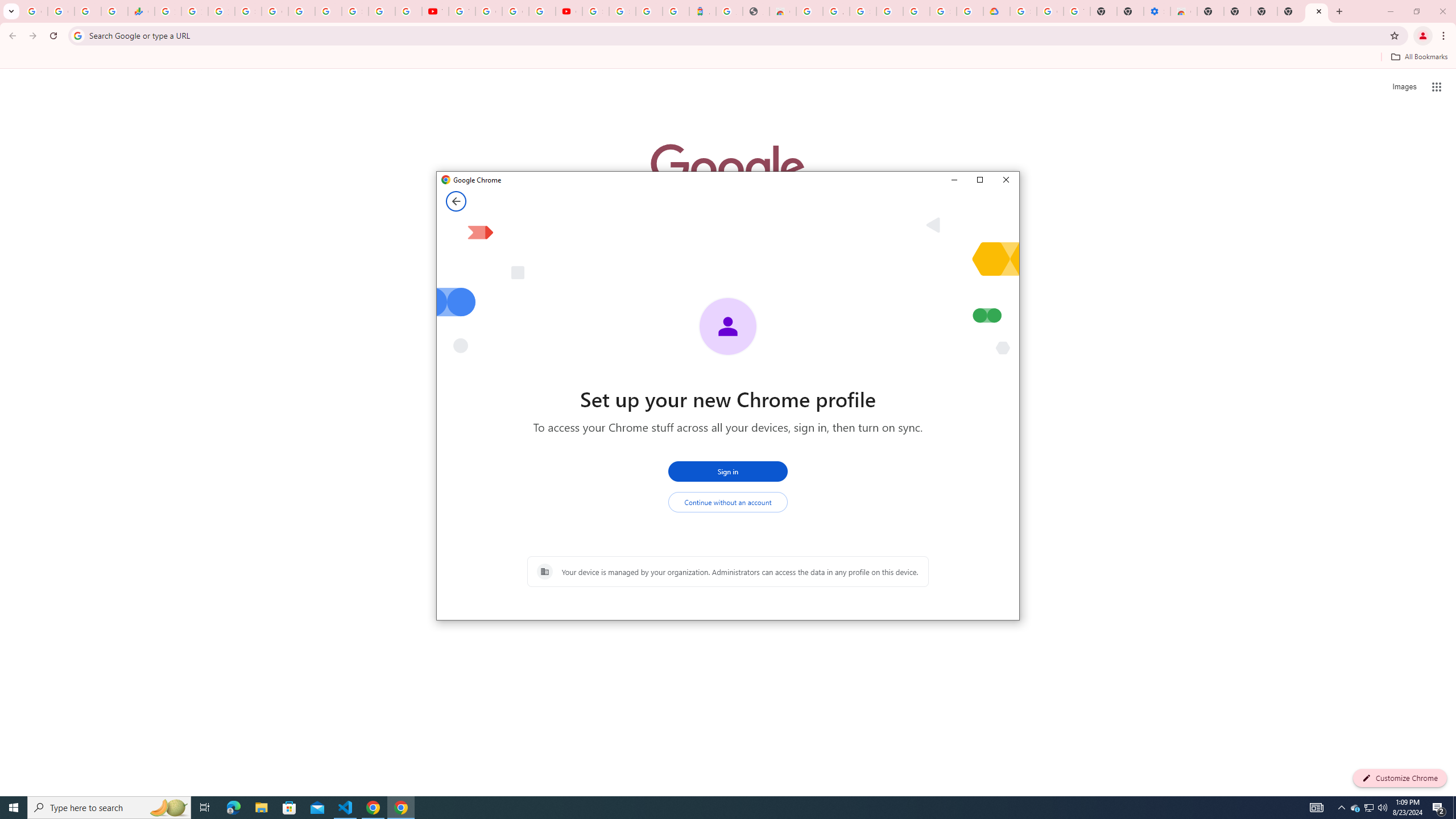 Image resolution: width=1456 pixels, height=819 pixels. I want to click on 'Google Chrome - 1 running window', so click(401, 806).